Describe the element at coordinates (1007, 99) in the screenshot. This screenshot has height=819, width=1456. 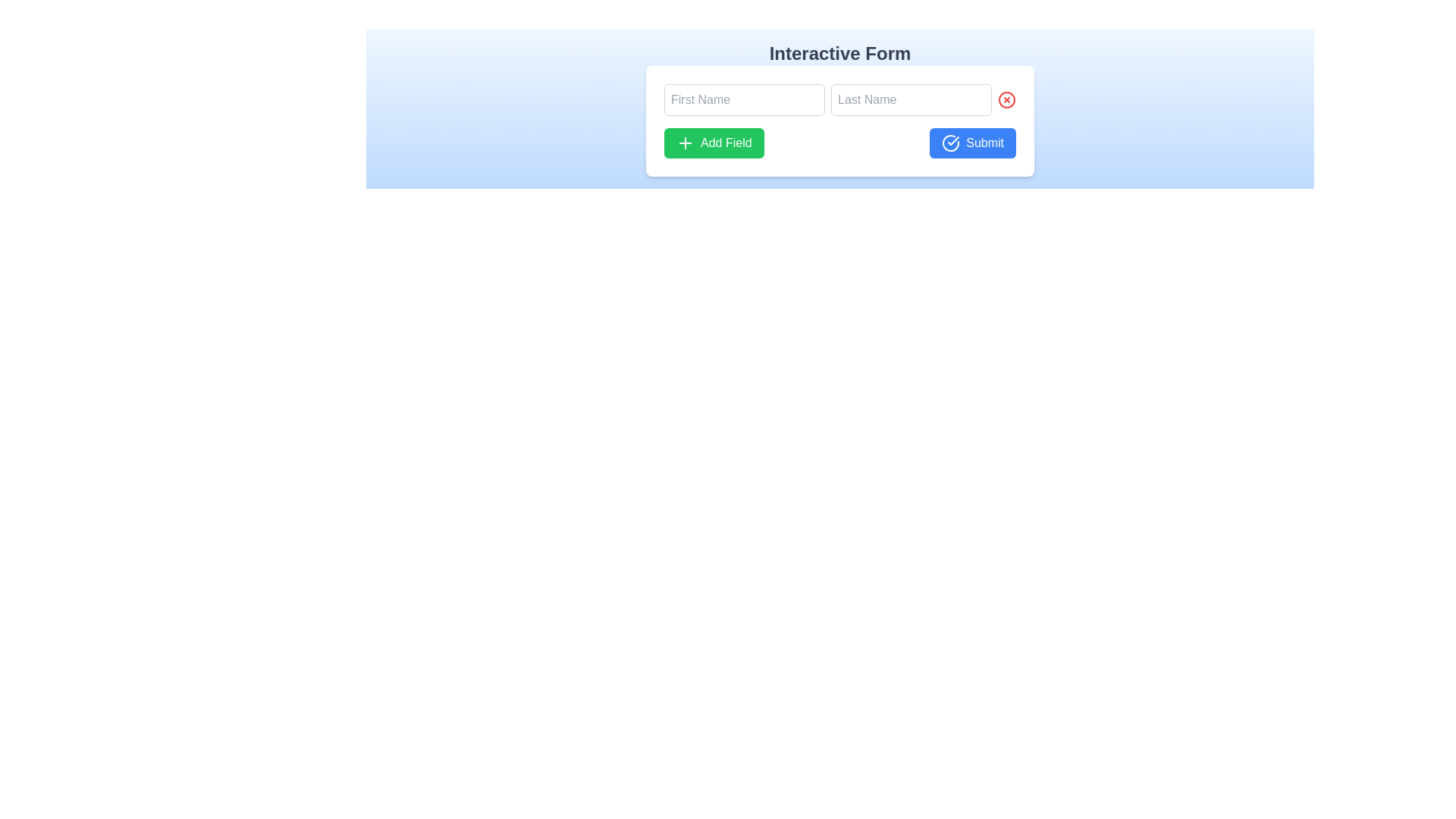
I see `the cancel button located to the right of the 'Last Name' input field to clear the associated input field` at that location.